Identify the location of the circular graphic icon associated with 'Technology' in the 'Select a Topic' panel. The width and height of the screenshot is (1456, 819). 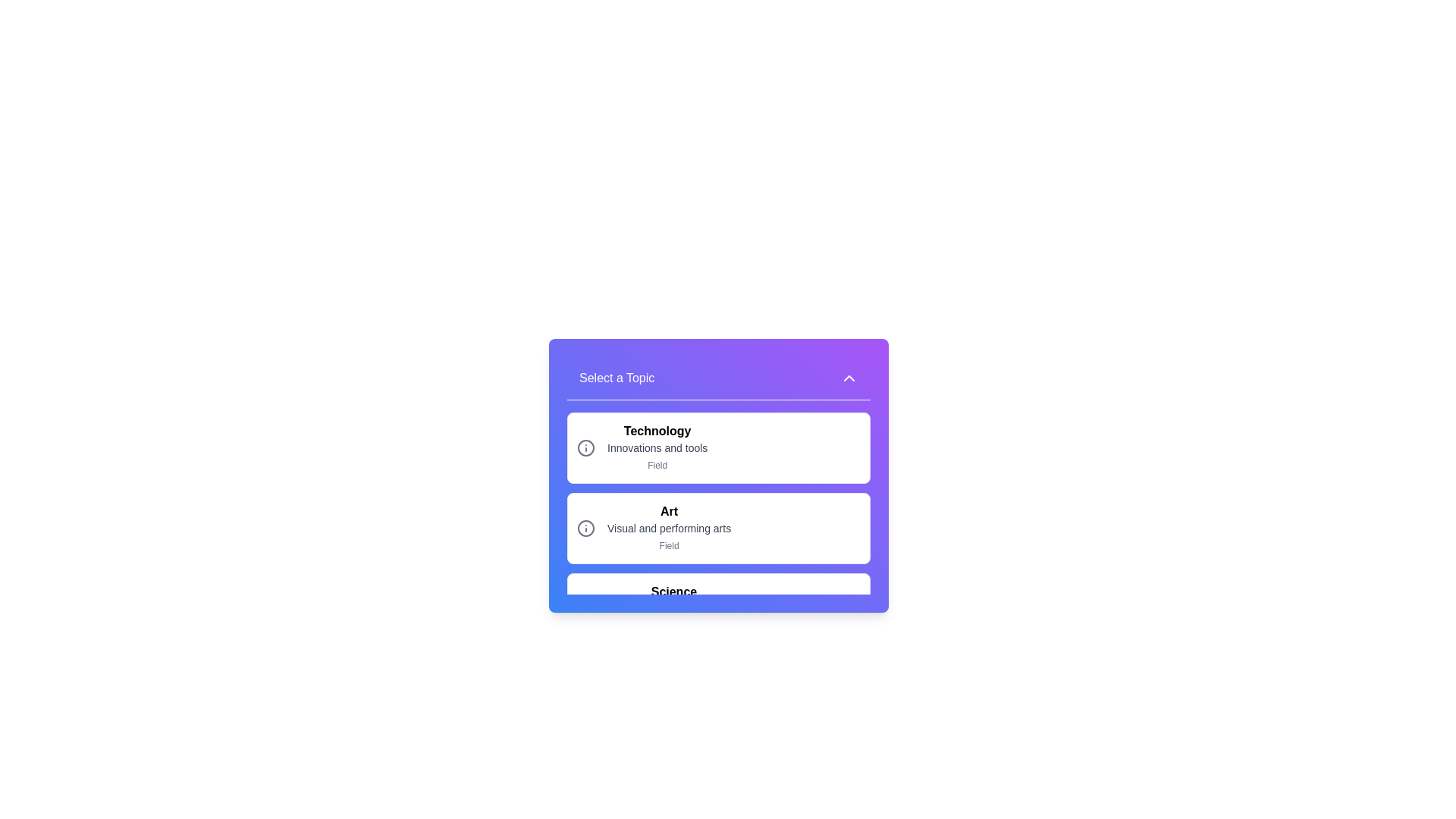
(585, 447).